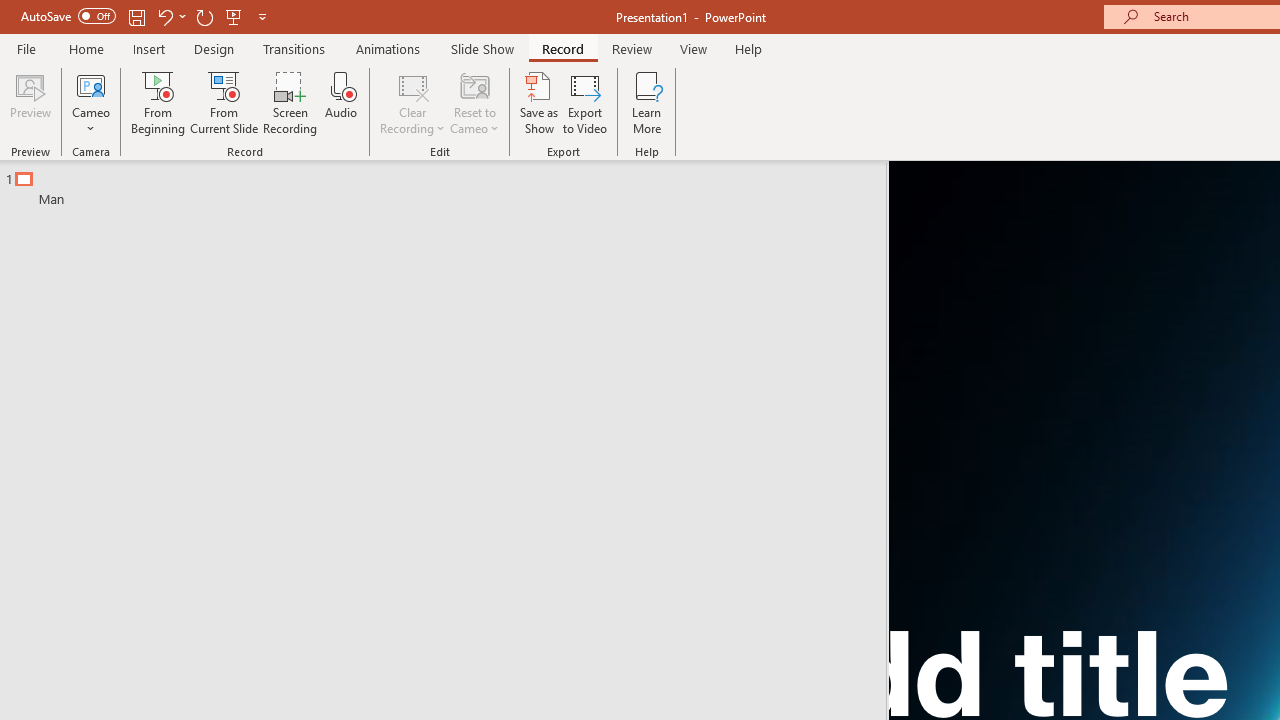 This screenshot has height=720, width=1280. I want to click on 'From Beginning...', so click(157, 103).